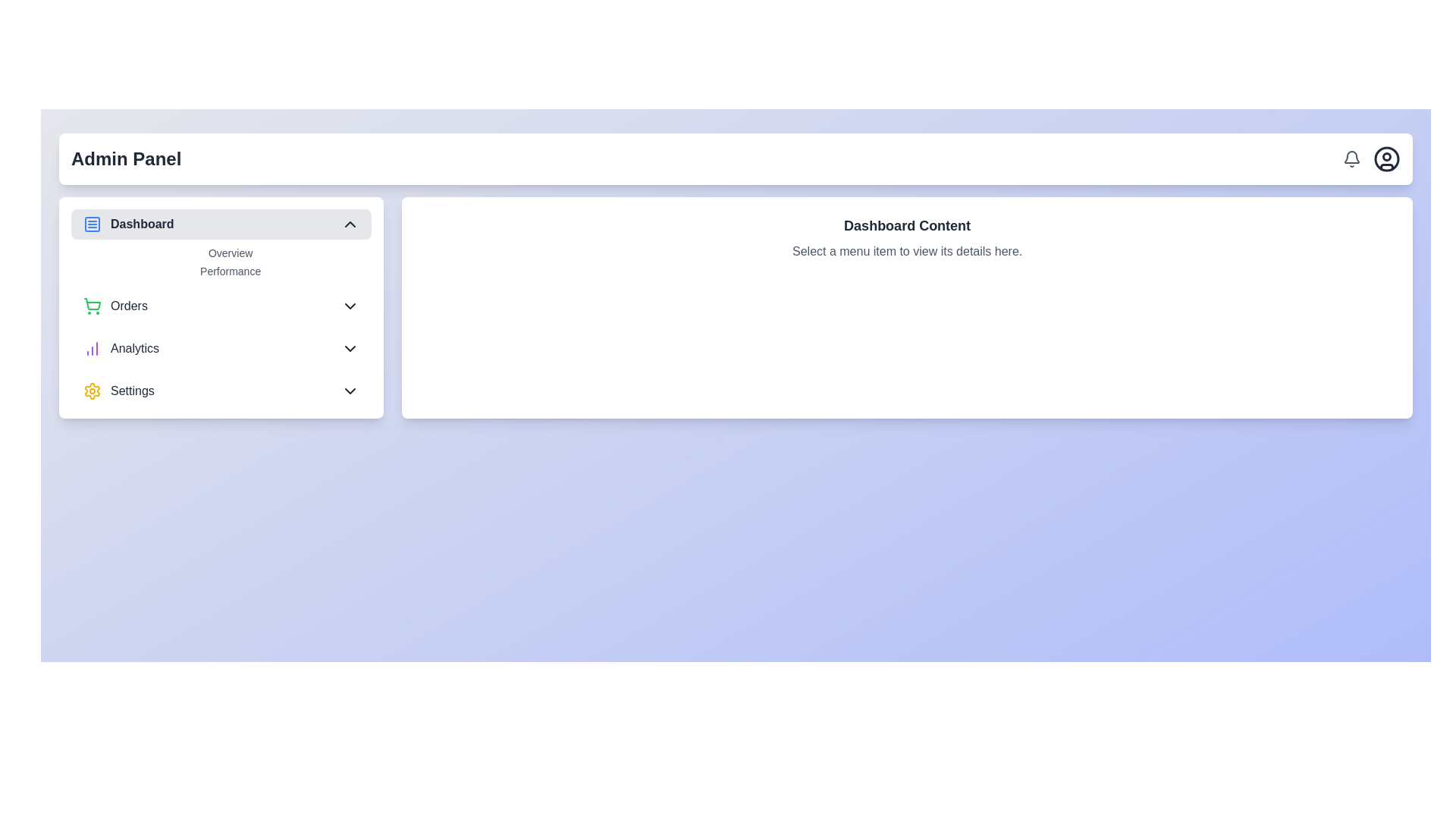 The image size is (1456, 819). I want to click on the Analytics icon located in the left navigation panel, positioned to the left of the 'Analytics' label, so click(91, 348).